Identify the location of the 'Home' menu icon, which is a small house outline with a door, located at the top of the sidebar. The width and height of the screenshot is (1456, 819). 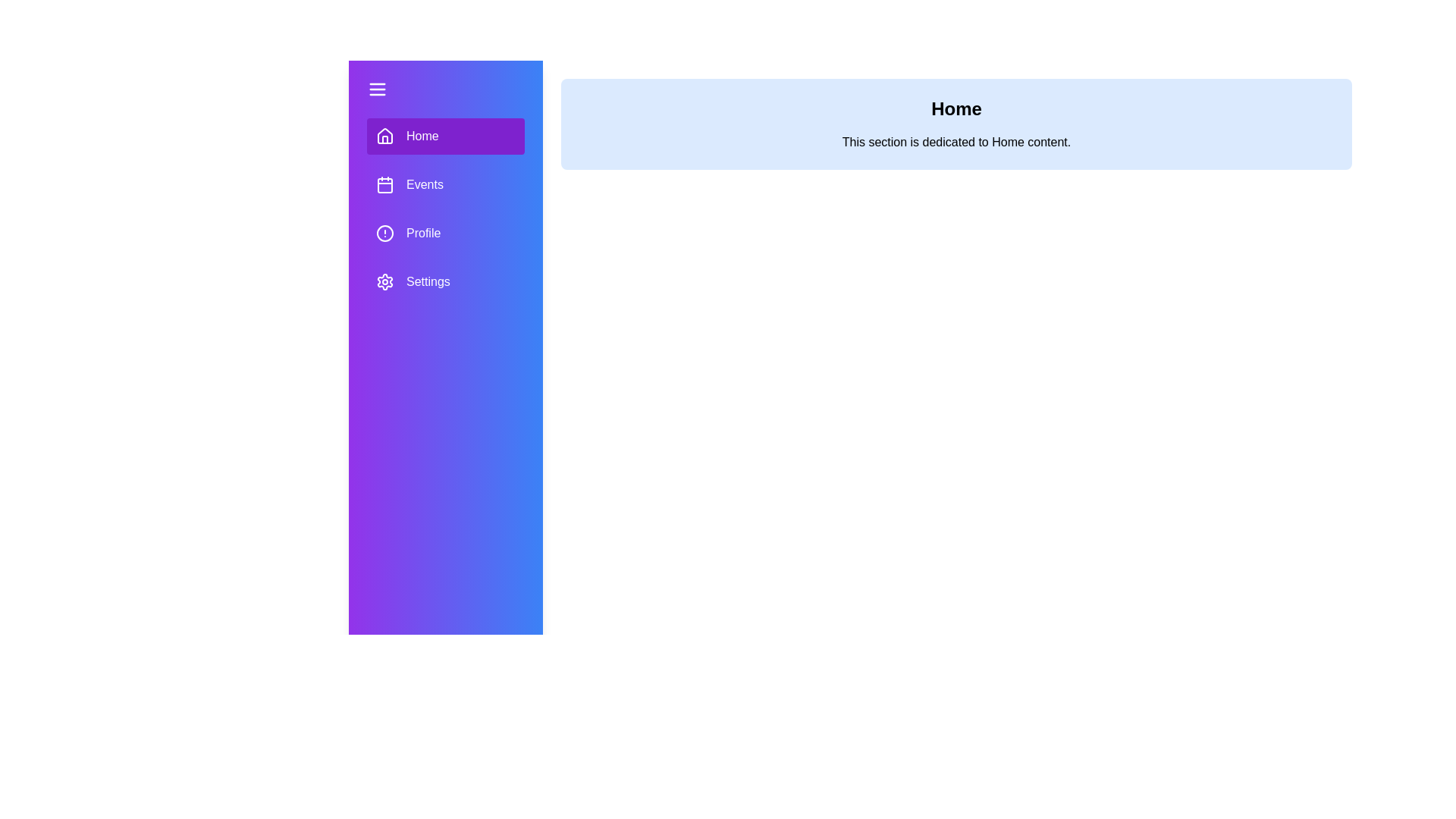
(385, 140).